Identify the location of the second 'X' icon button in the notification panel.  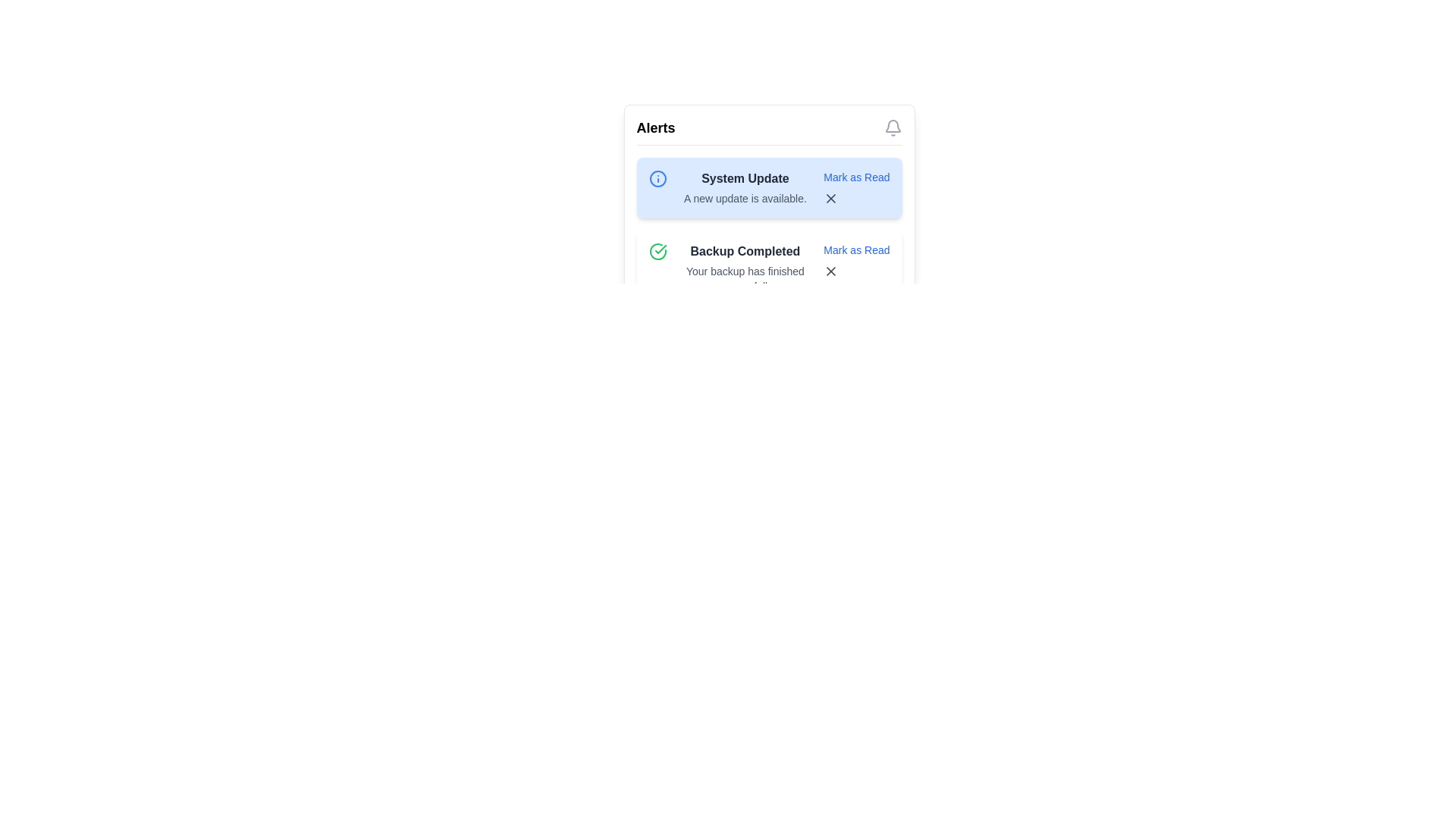
(830, 271).